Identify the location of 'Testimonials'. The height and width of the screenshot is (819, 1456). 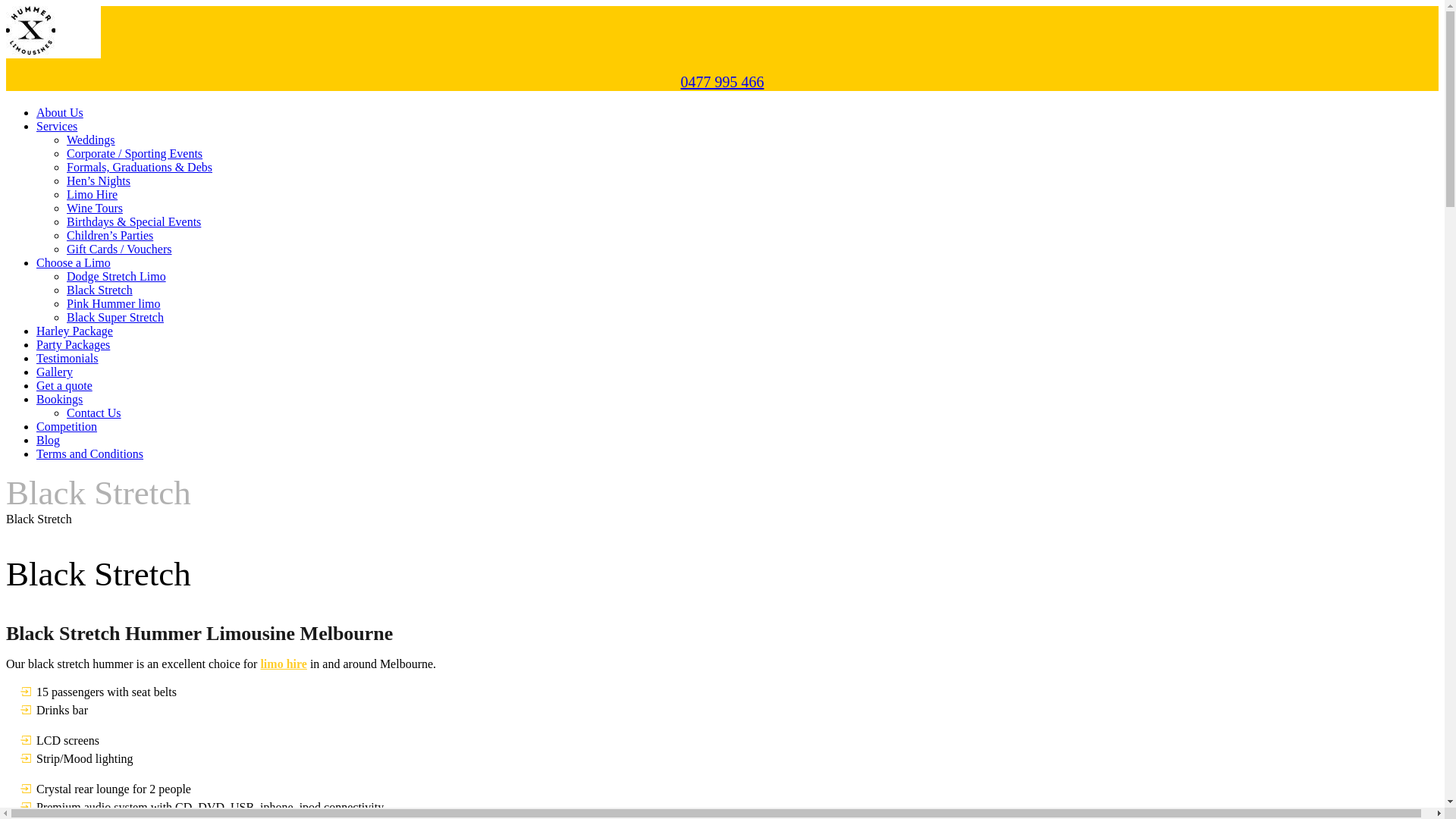
(36, 358).